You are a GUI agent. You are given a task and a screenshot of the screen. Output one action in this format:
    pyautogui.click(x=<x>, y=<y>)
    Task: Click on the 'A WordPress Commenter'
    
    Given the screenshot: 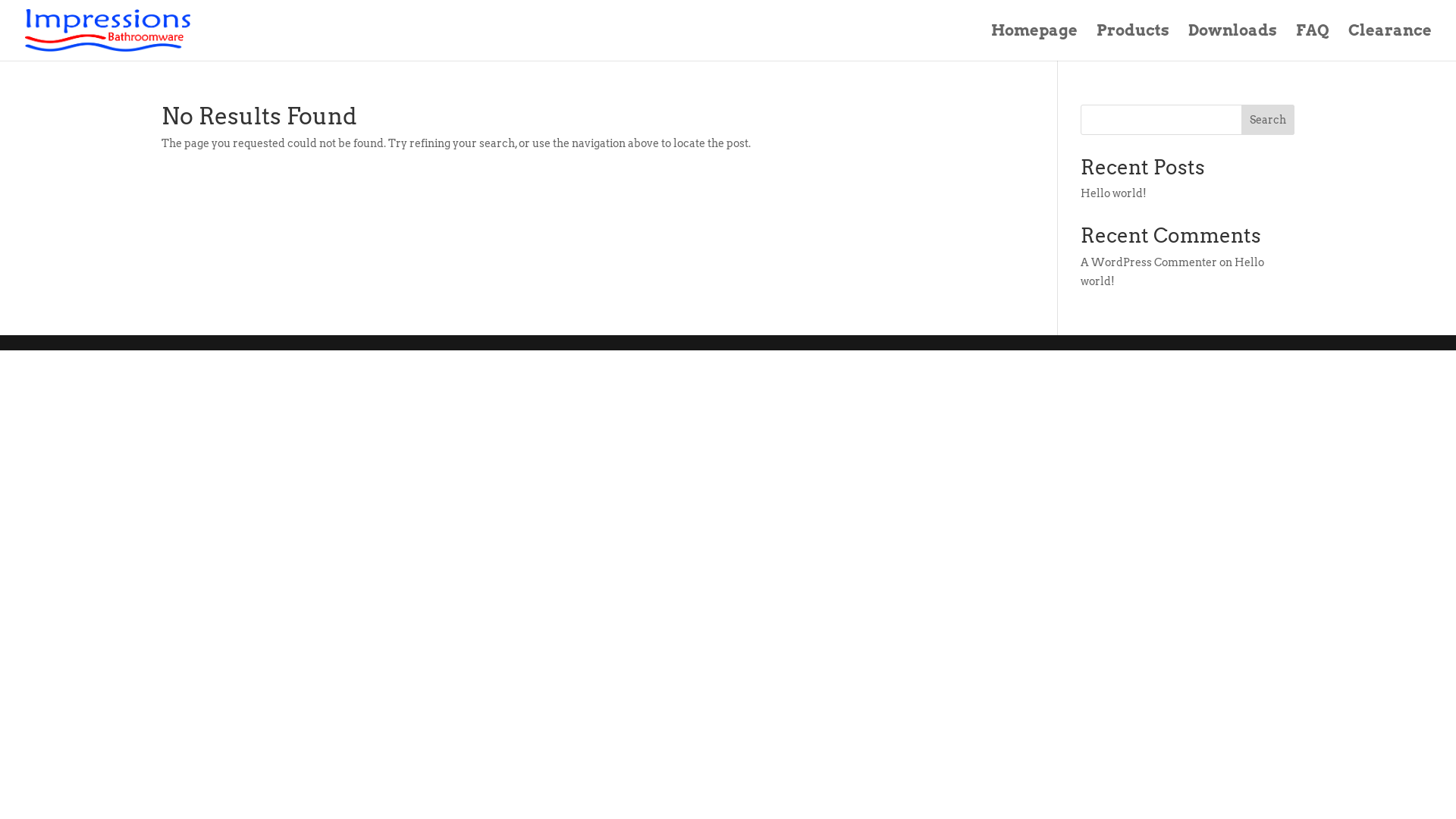 What is the action you would take?
    pyautogui.click(x=1149, y=262)
    